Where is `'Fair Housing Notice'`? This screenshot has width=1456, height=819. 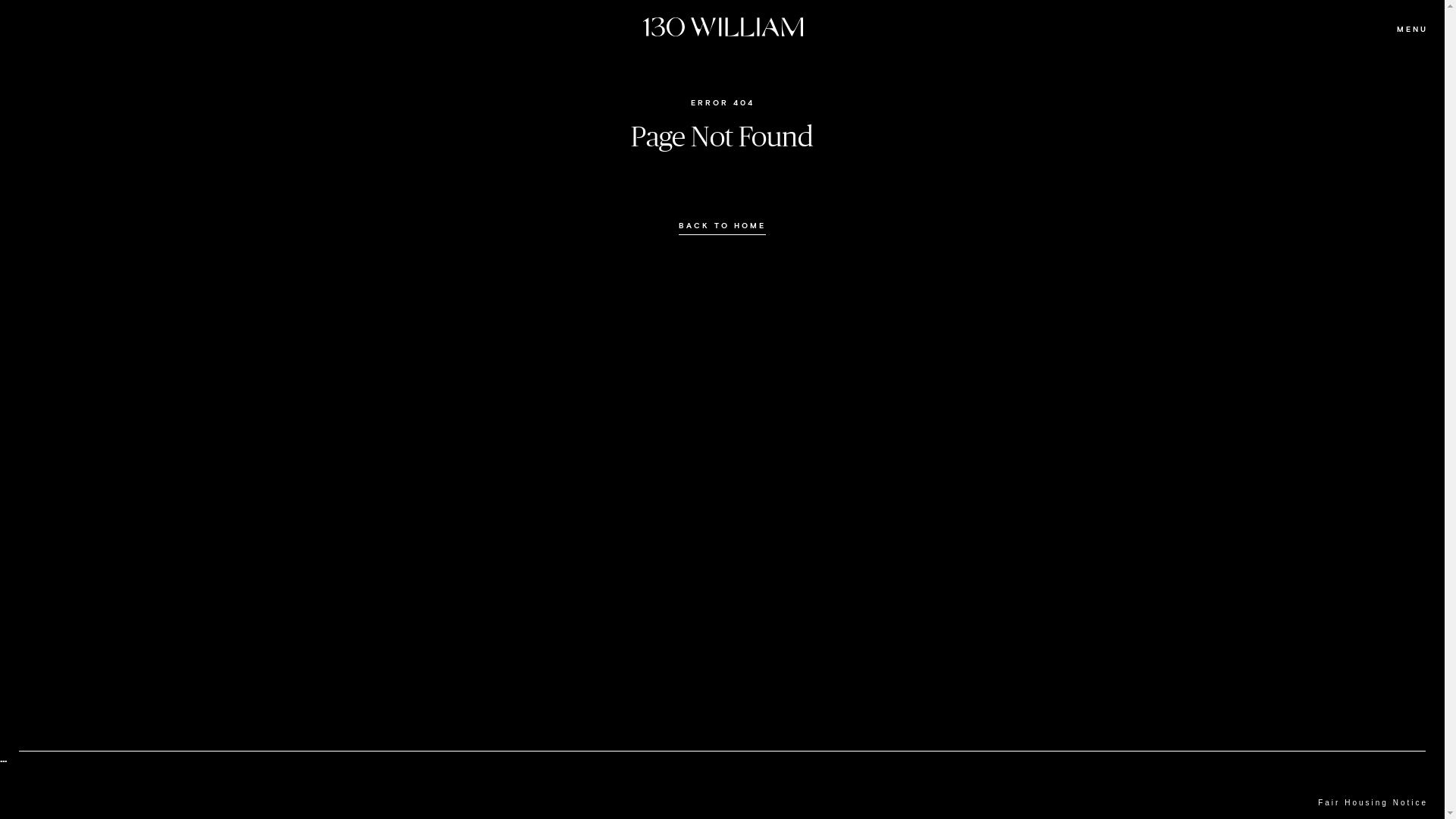
'Fair Housing Notice' is located at coordinates (1373, 802).